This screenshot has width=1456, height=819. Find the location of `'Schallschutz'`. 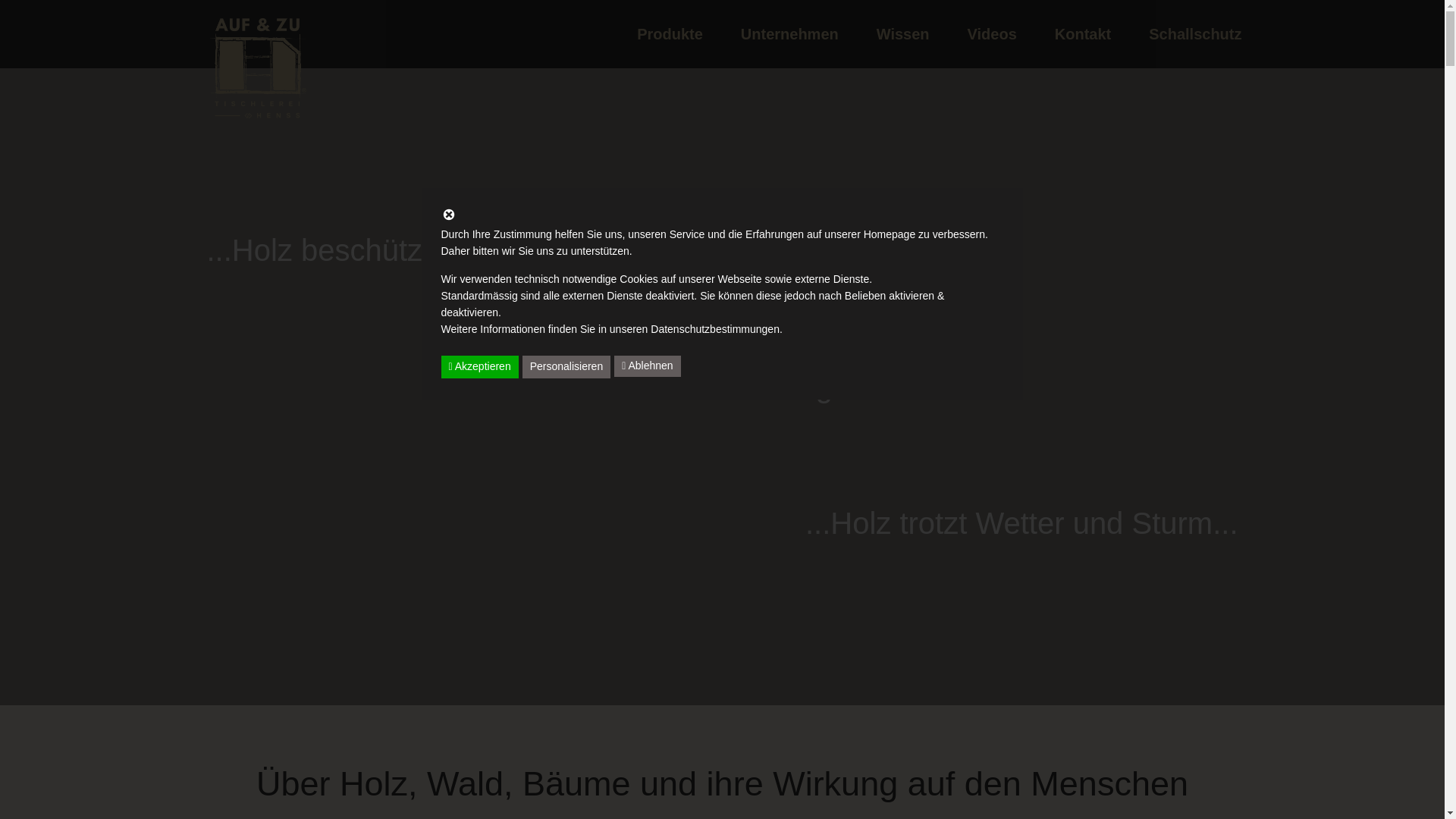

'Schallschutz' is located at coordinates (1194, 34).